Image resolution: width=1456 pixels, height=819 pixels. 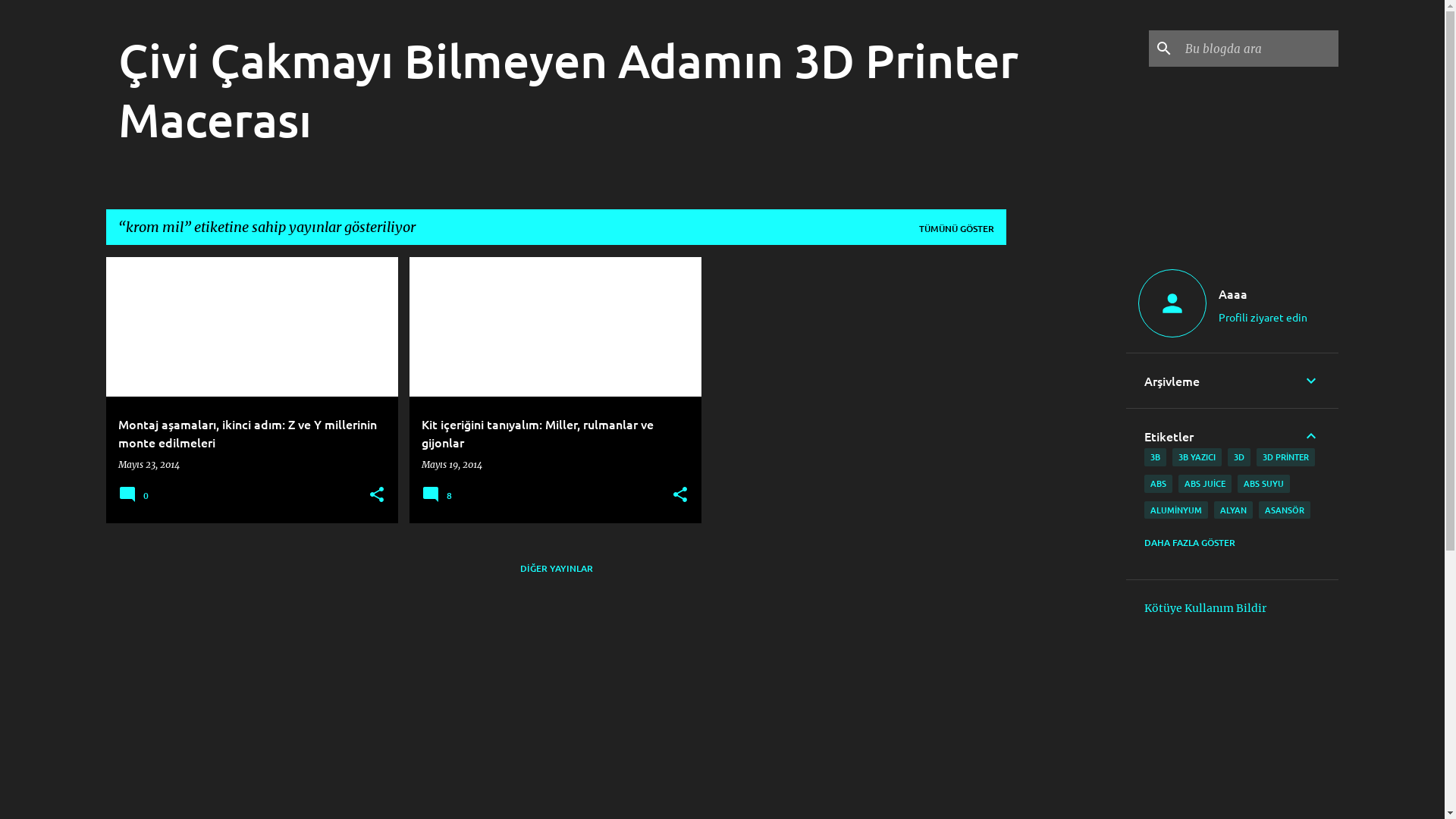 What do you see at coordinates (1203, 483) in the screenshot?
I see `'ABS JUICE'` at bounding box center [1203, 483].